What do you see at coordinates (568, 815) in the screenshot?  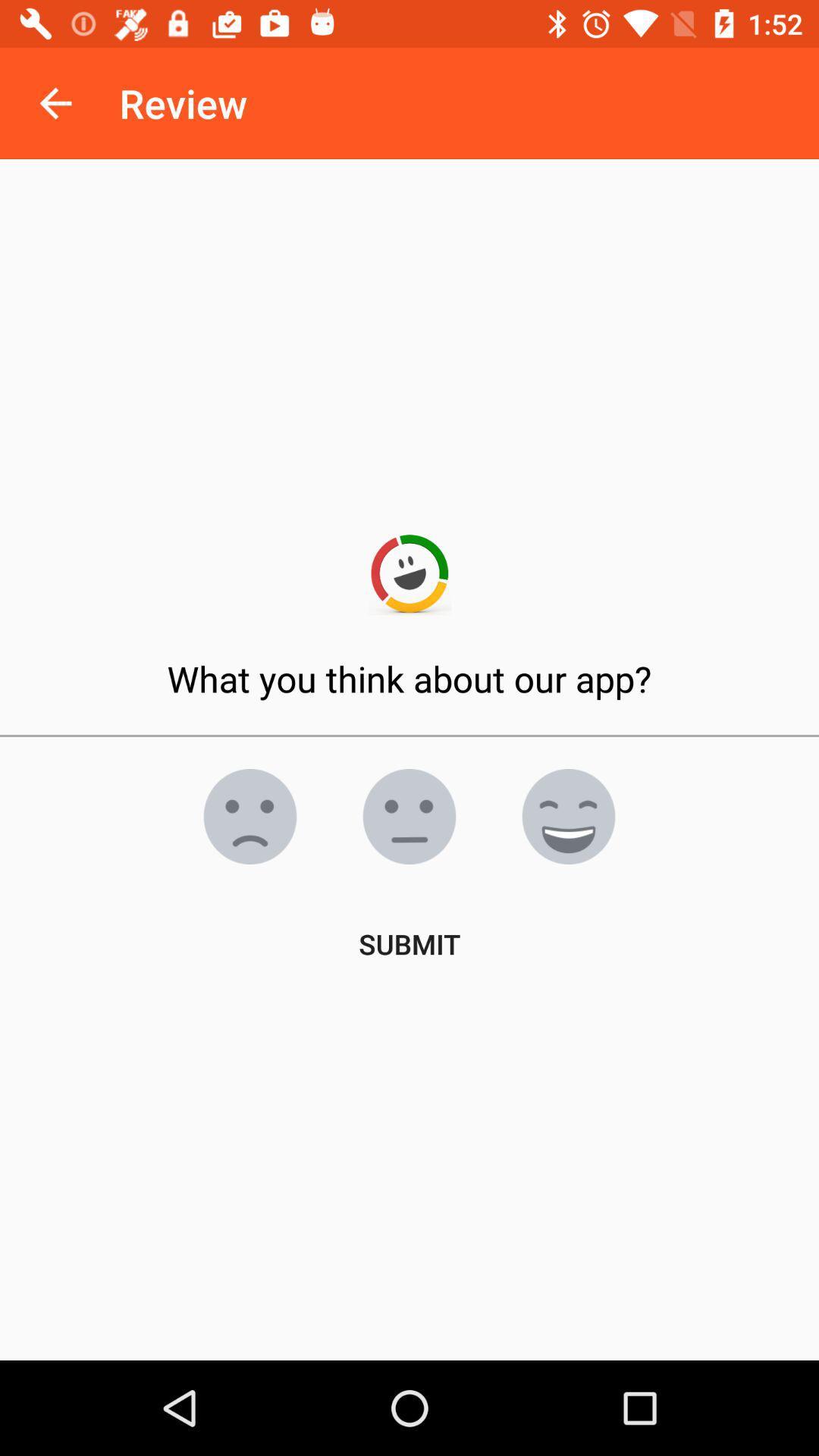 I see `the icon above the submit icon` at bounding box center [568, 815].